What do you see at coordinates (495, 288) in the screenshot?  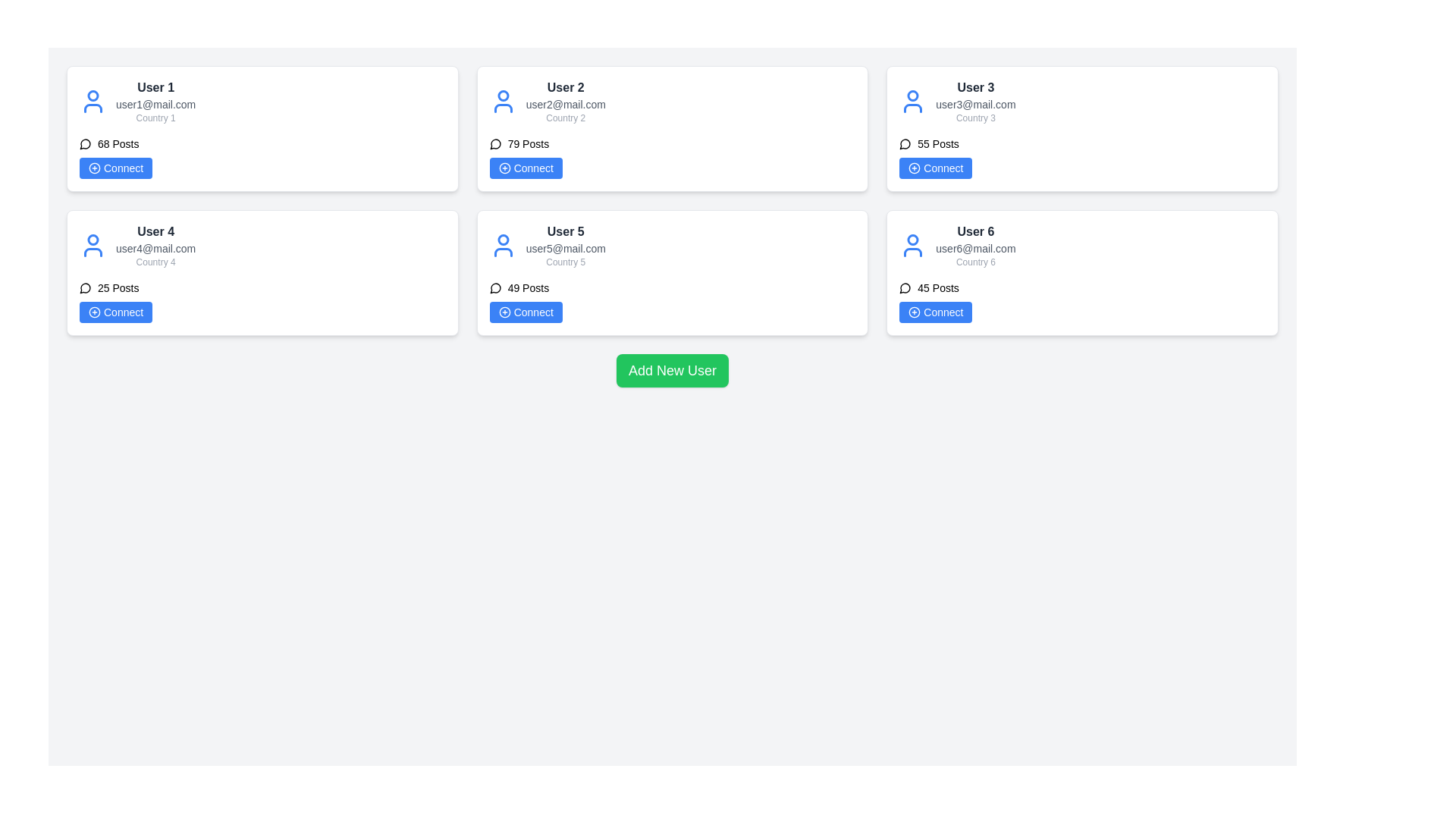 I see `the small speech bubble icon indicating the comment feature for 'User 5', located to the left of '49 Posts'` at bounding box center [495, 288].